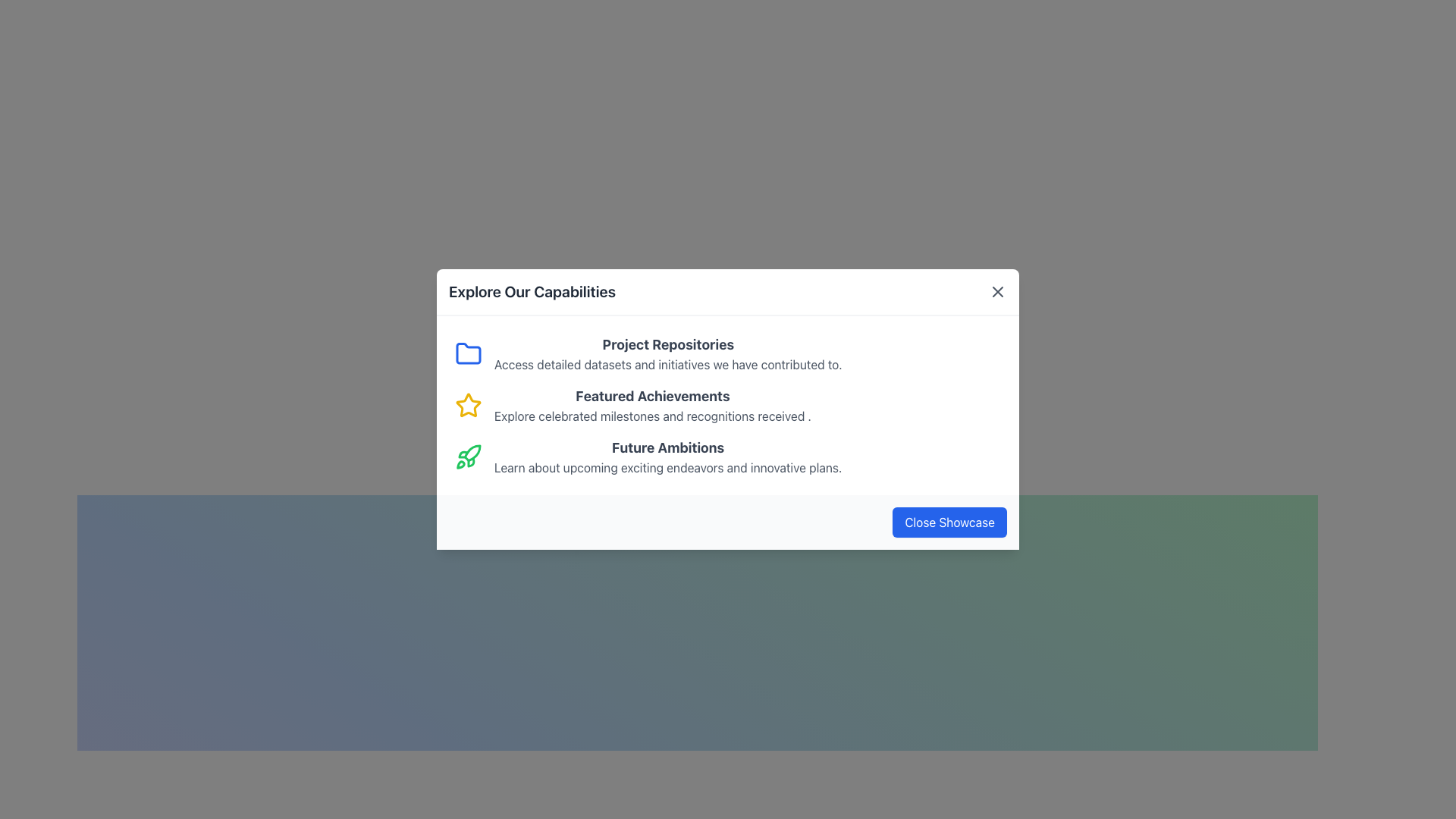 The width and height of the screenshot is (1456, 819). Describe the element at coordinates (468, 405) in the screenshot. I see `the yellow star-shaped icon located on the left side of the 'Featured Achievements' section, which is positioned below 'Project Repositories' and above 'Future Ambitions'` at that location.